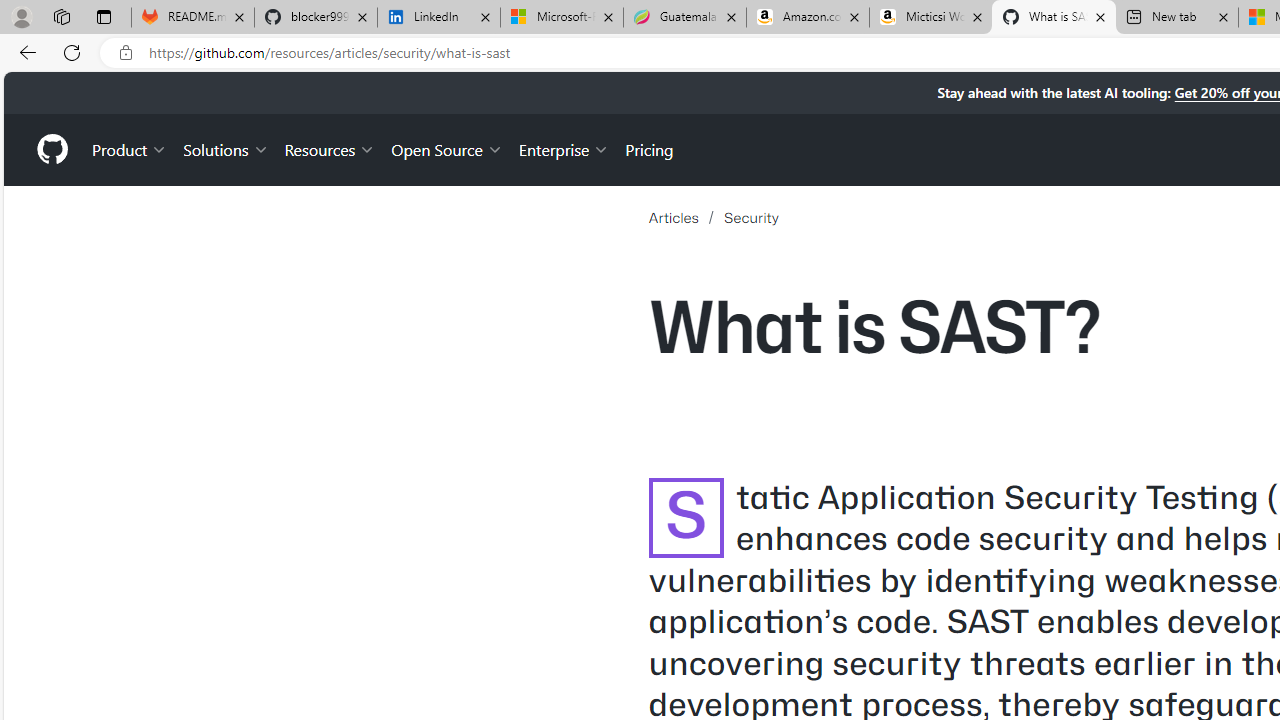 The height and width of the screenshot is (720, 1280). I want to click on 'Security', so click(750, 217).